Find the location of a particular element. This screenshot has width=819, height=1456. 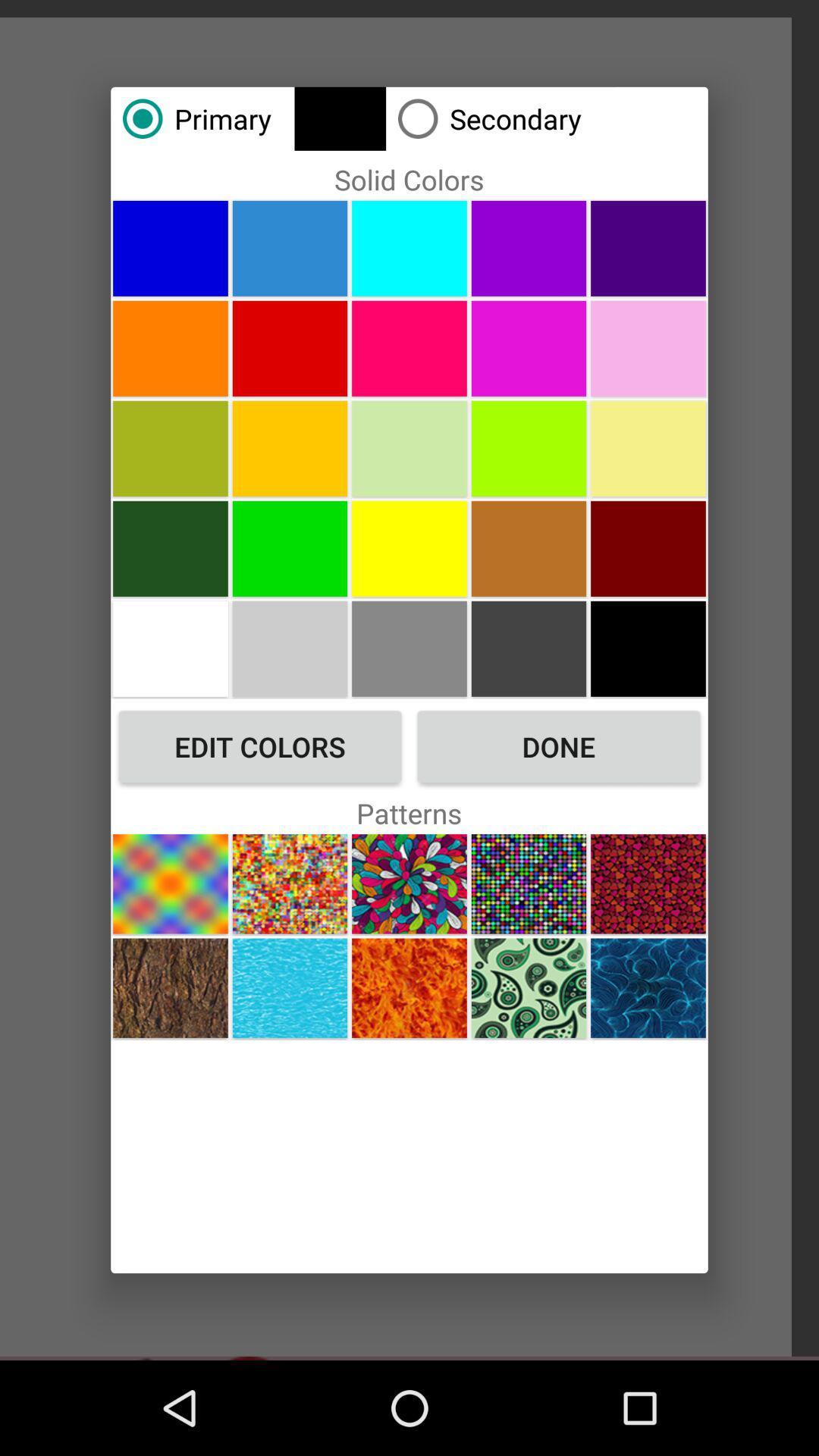

choose color is located at coordinates (409, 347).